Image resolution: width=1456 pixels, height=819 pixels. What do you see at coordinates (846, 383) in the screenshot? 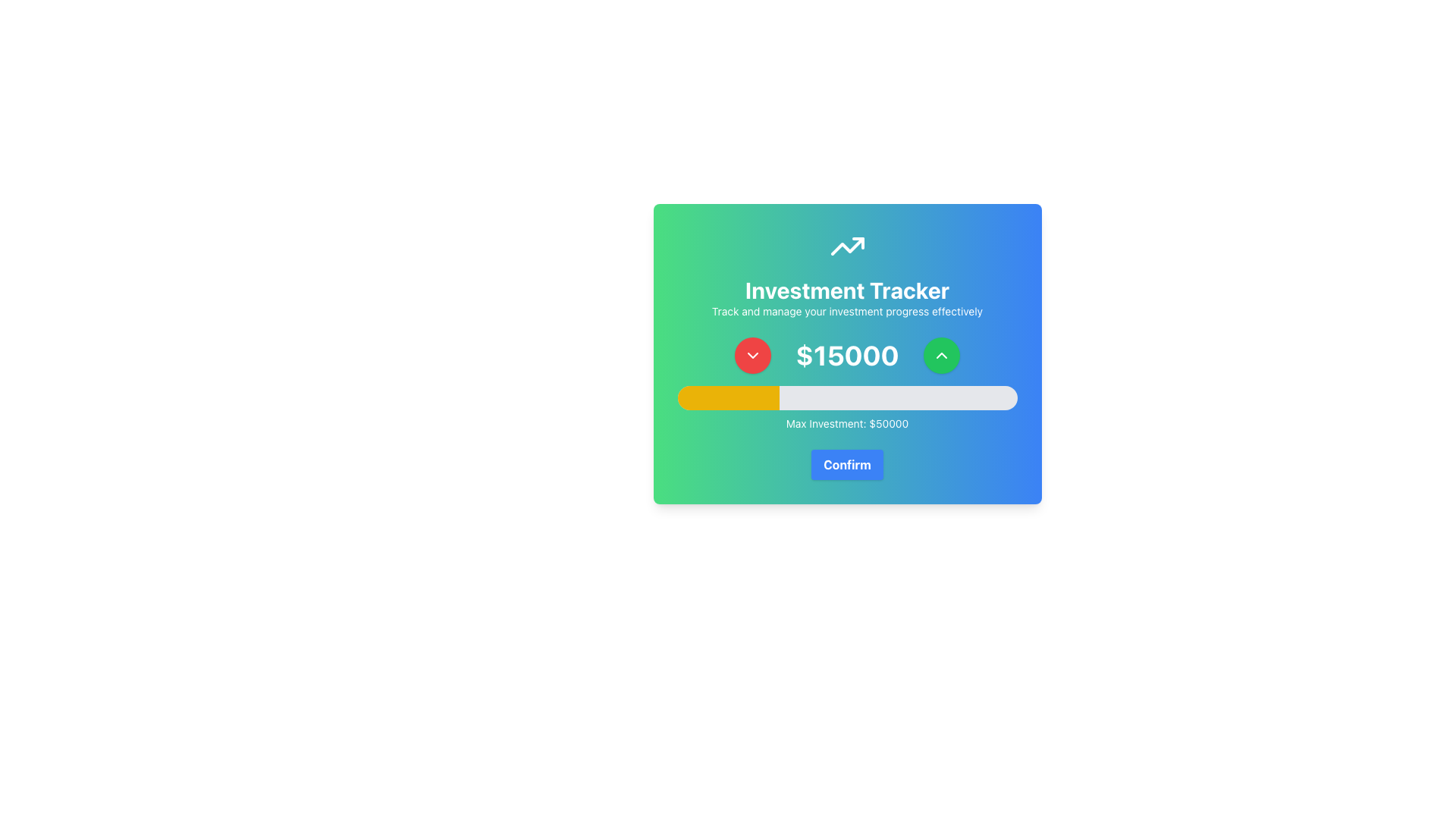
I see `the progress bar component labeled 'Max Investment: $50000', which visually indicates a 30% yellow fill, located in the lower section of the 'Investment Tracker' card` at bounding box center [846, 383].